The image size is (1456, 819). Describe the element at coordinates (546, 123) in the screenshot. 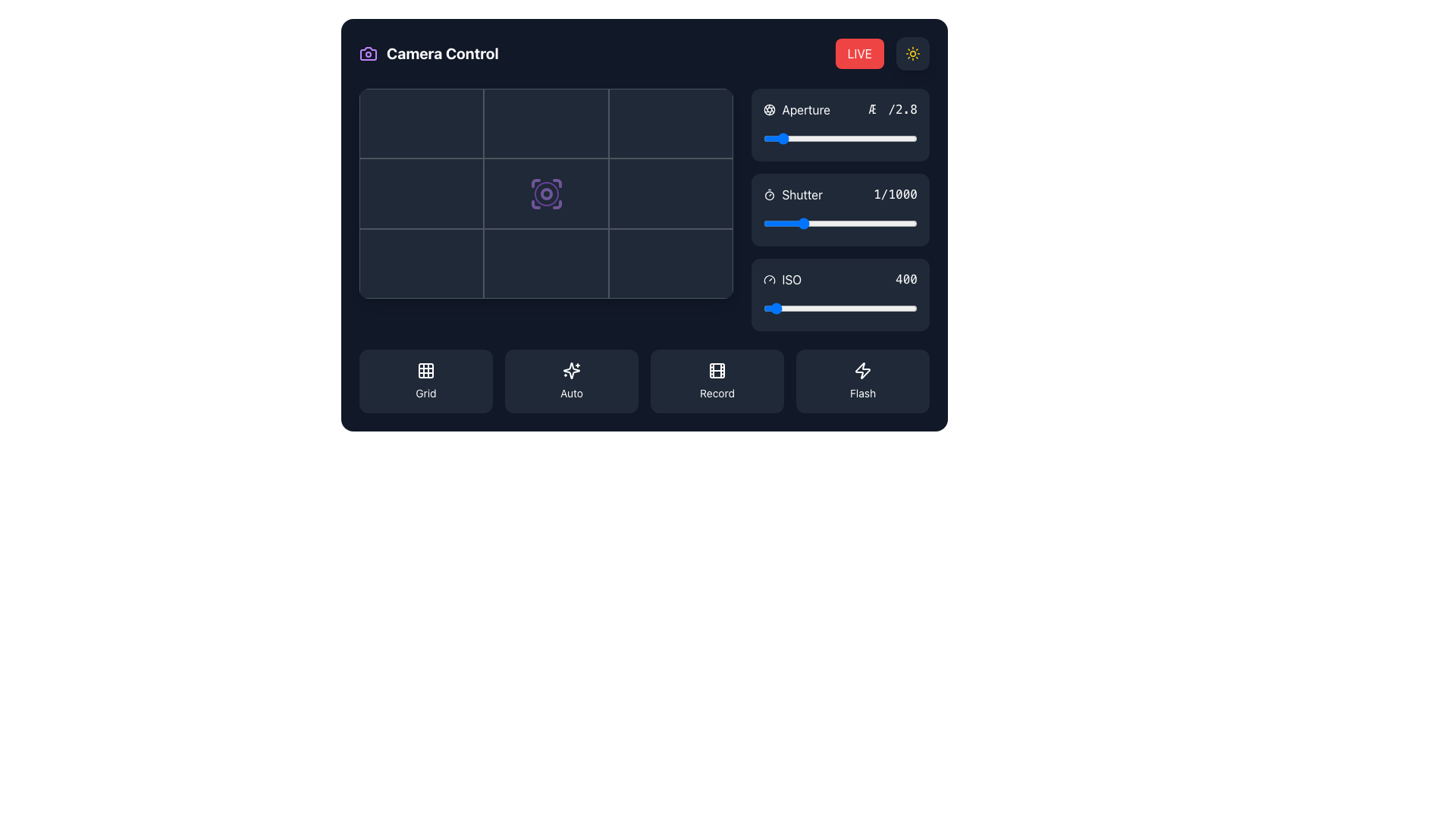

I see `the grid cell located in the top-center of the 3x3 grid layout within the 'Camera Control' interface, specifically in the first row and second column` at that location.